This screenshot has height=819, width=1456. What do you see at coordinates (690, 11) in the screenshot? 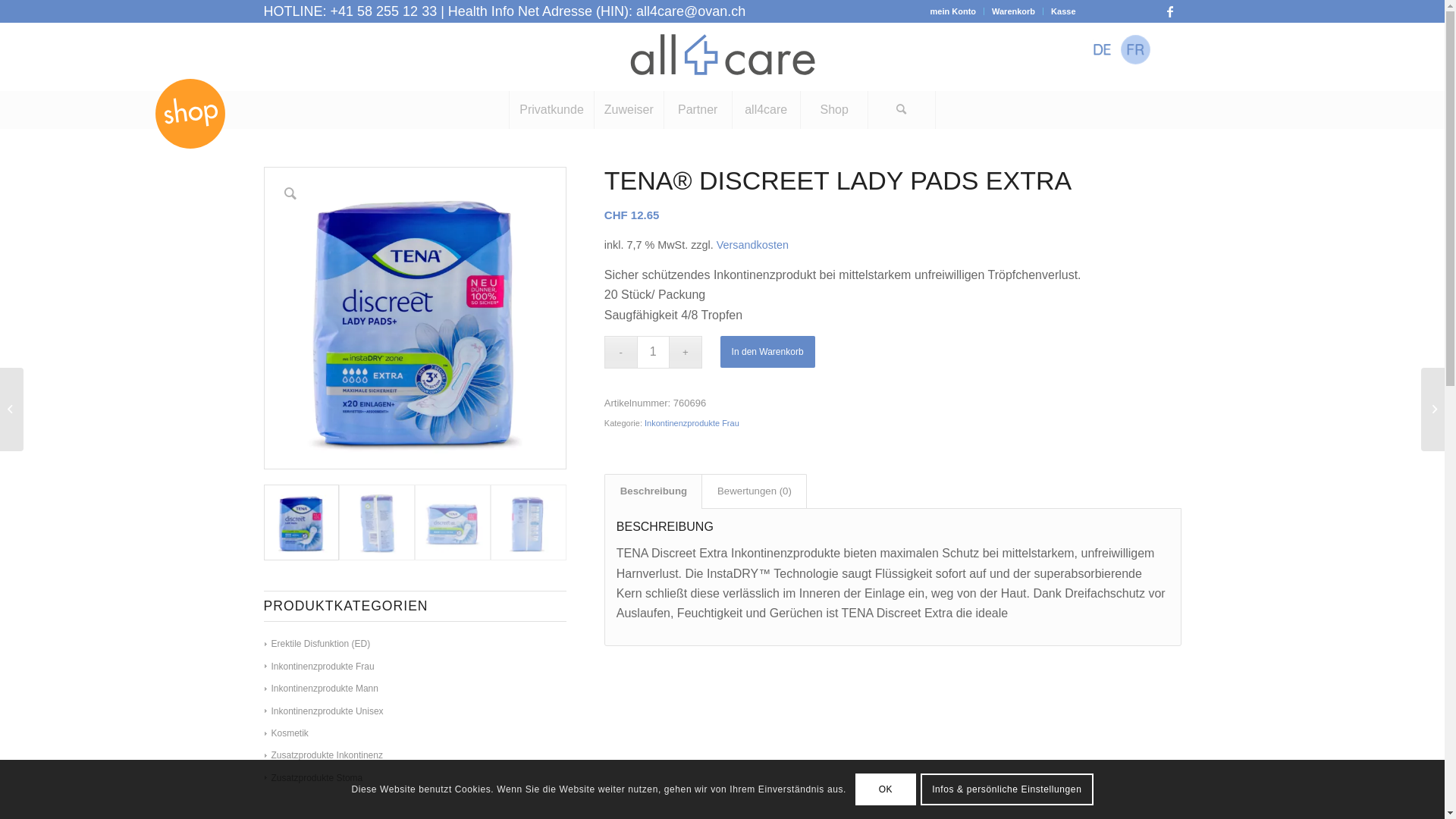
I see `'all4care@ovan.ch'` at bounding box center [690, 11].